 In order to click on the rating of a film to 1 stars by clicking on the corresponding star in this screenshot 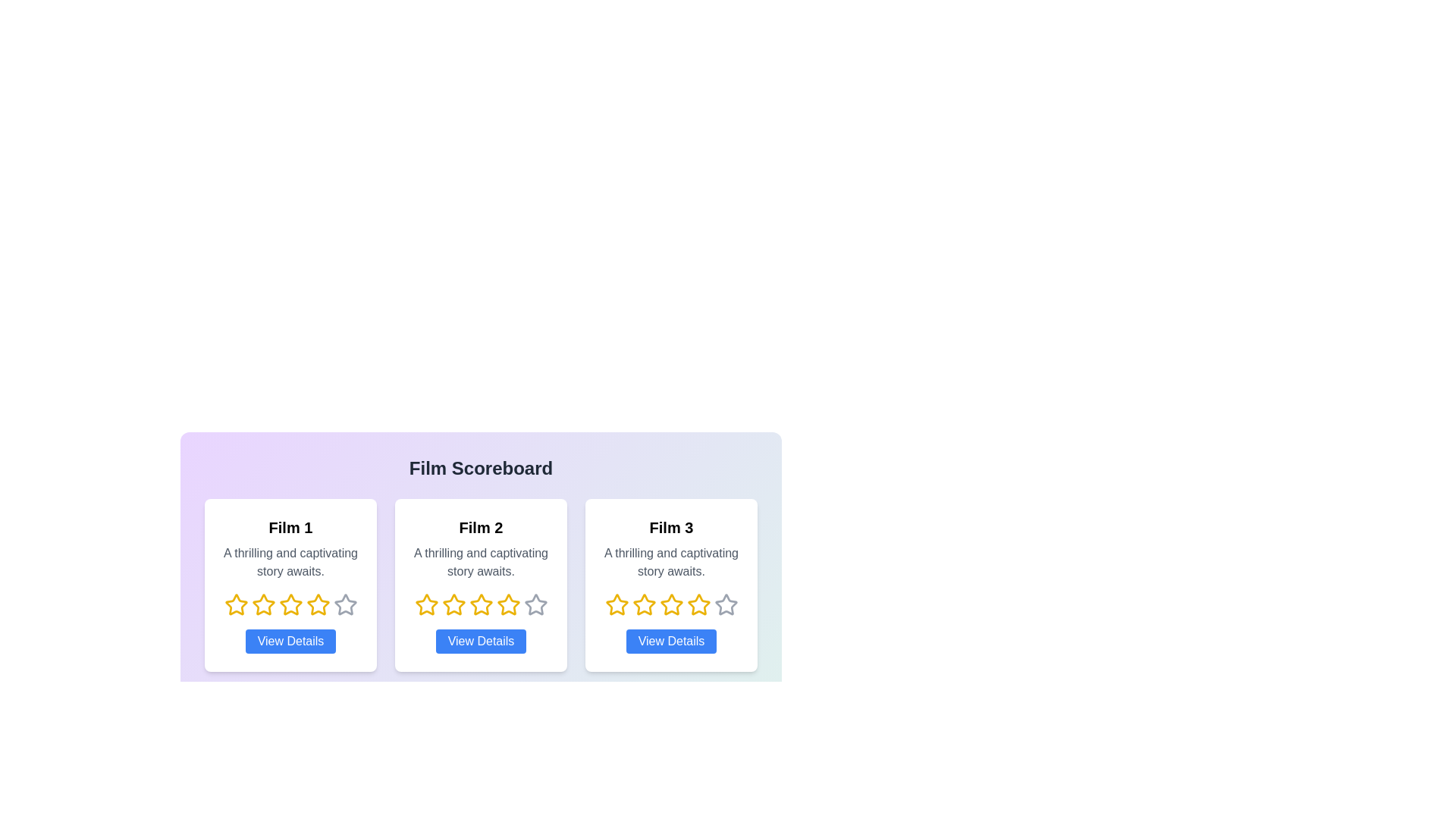, I will do `click(235, 604)`.